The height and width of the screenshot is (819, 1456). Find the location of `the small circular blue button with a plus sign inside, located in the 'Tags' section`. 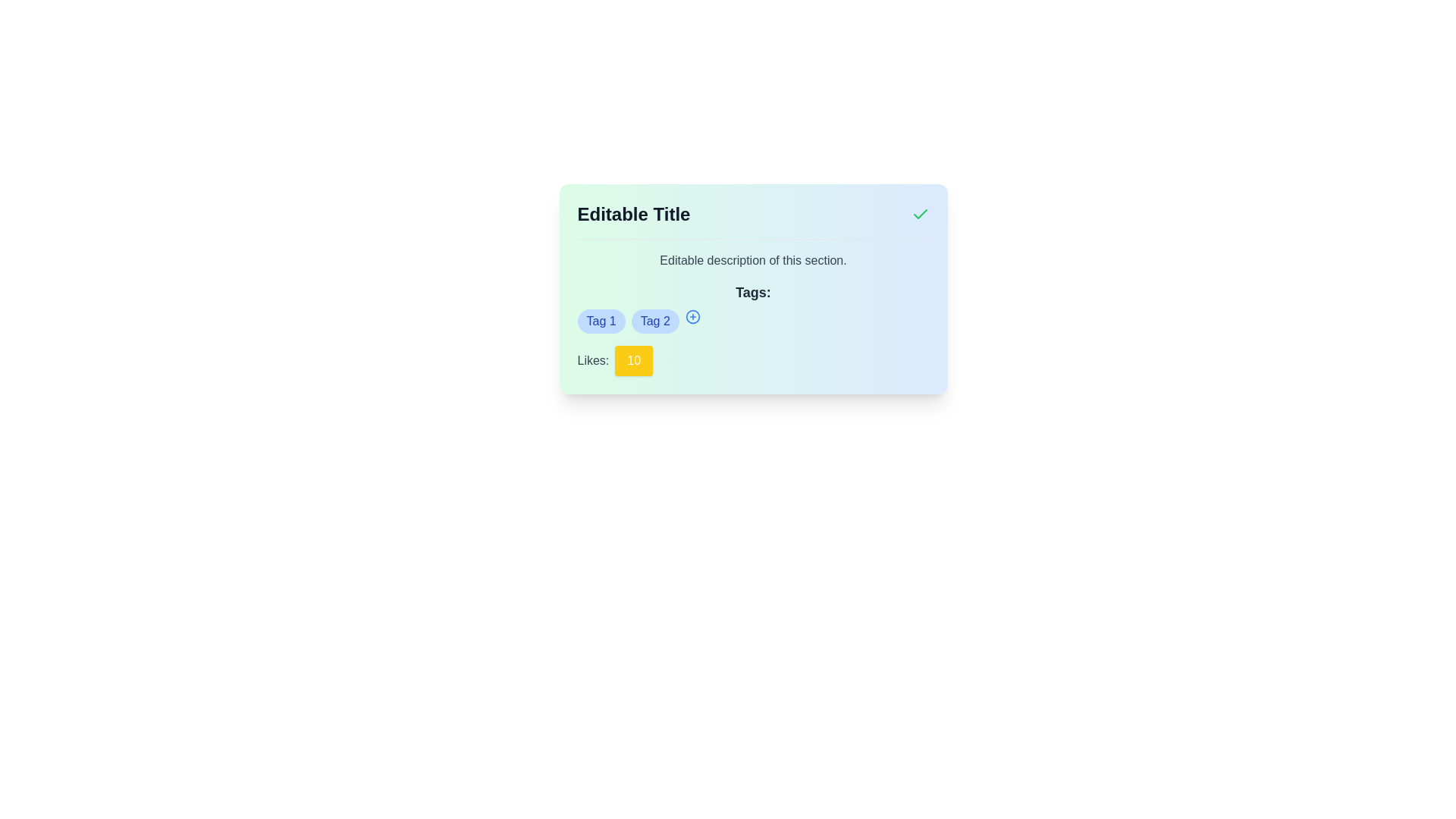

the small circular blue button with a plus sign inside, located in the 'Tags' section is located at coordinates (692, 315).